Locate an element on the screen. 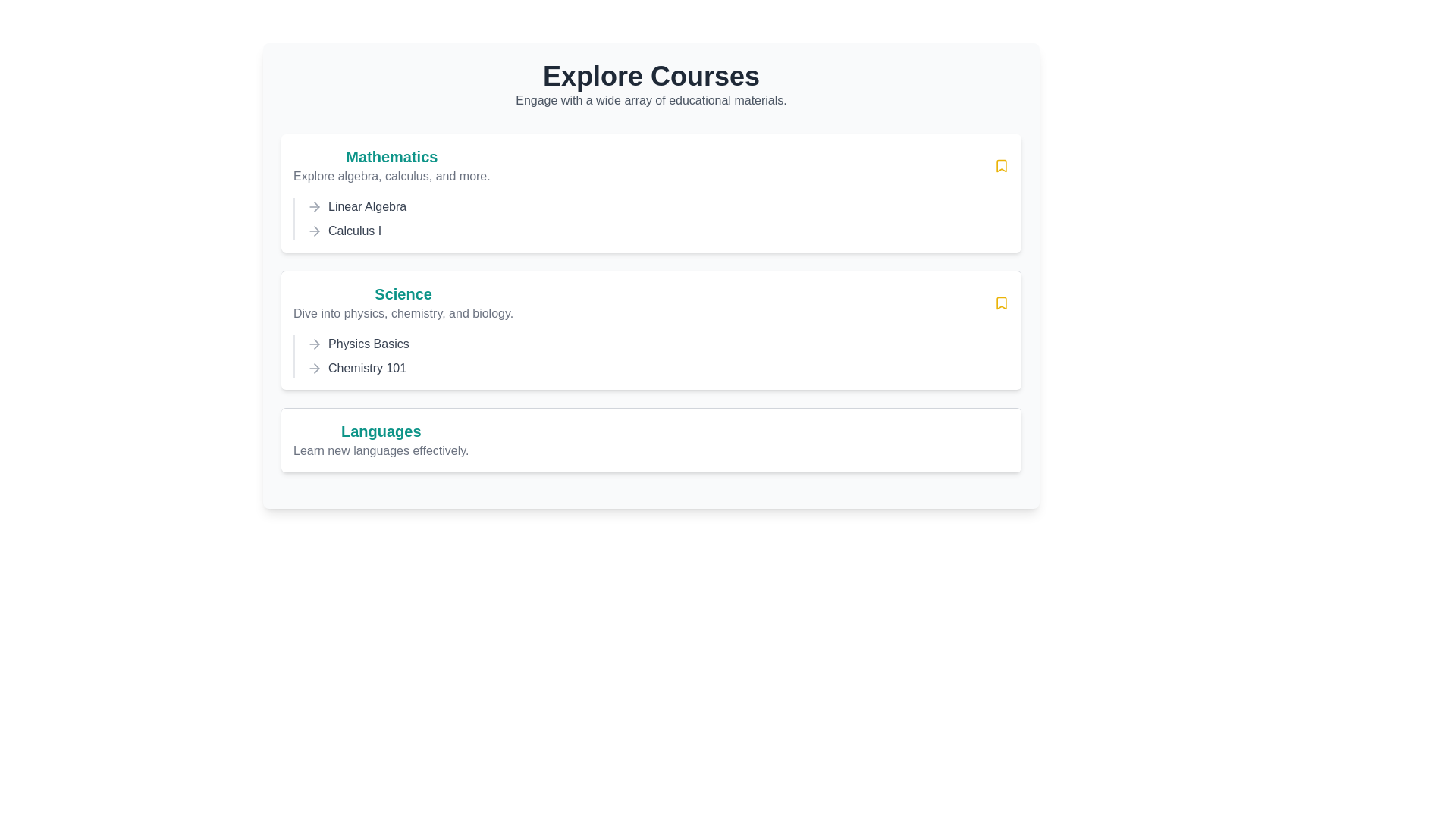  the rightward arrow SVG element that serves as a navigational indicator for selecting the 'Calculus I' topic is located at coordinates (315, 231).